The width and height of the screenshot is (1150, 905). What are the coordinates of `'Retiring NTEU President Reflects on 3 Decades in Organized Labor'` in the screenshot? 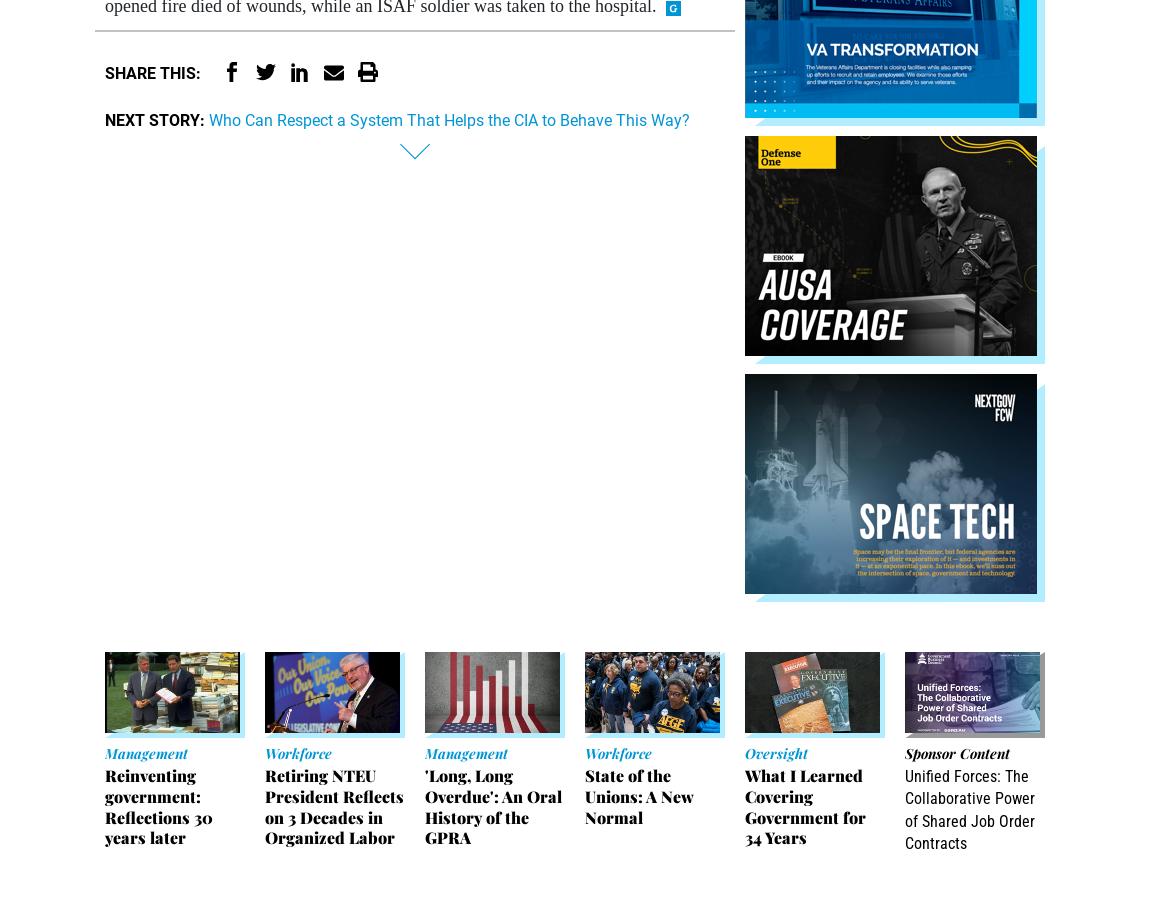 It's located at (333, 805).